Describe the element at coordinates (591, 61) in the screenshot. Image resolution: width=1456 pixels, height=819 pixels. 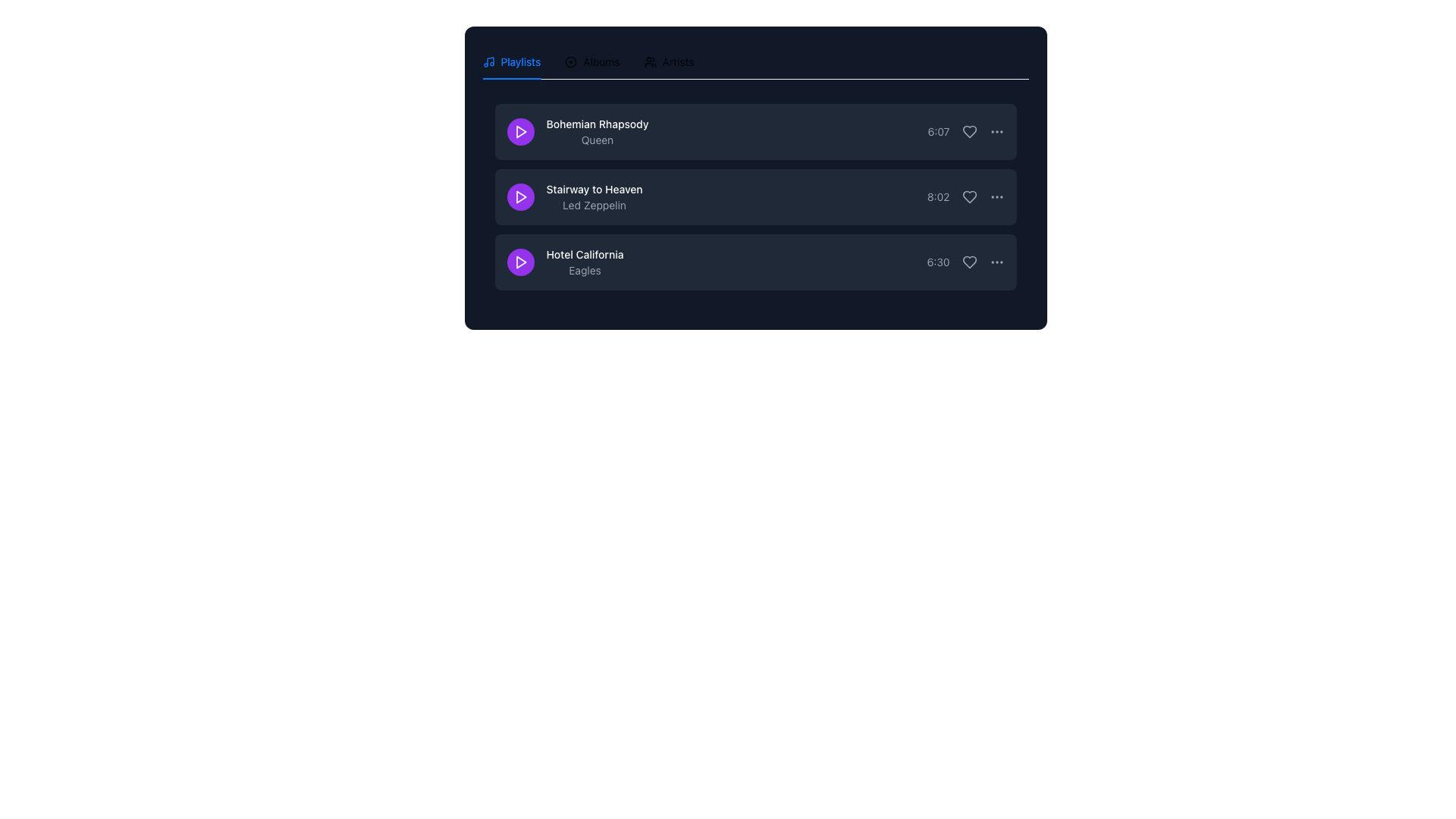
I see `the 'Albums' tab located in the horizontal navigation bar, which is the second tab between 'Playlists' and 'Artists'` at that location.